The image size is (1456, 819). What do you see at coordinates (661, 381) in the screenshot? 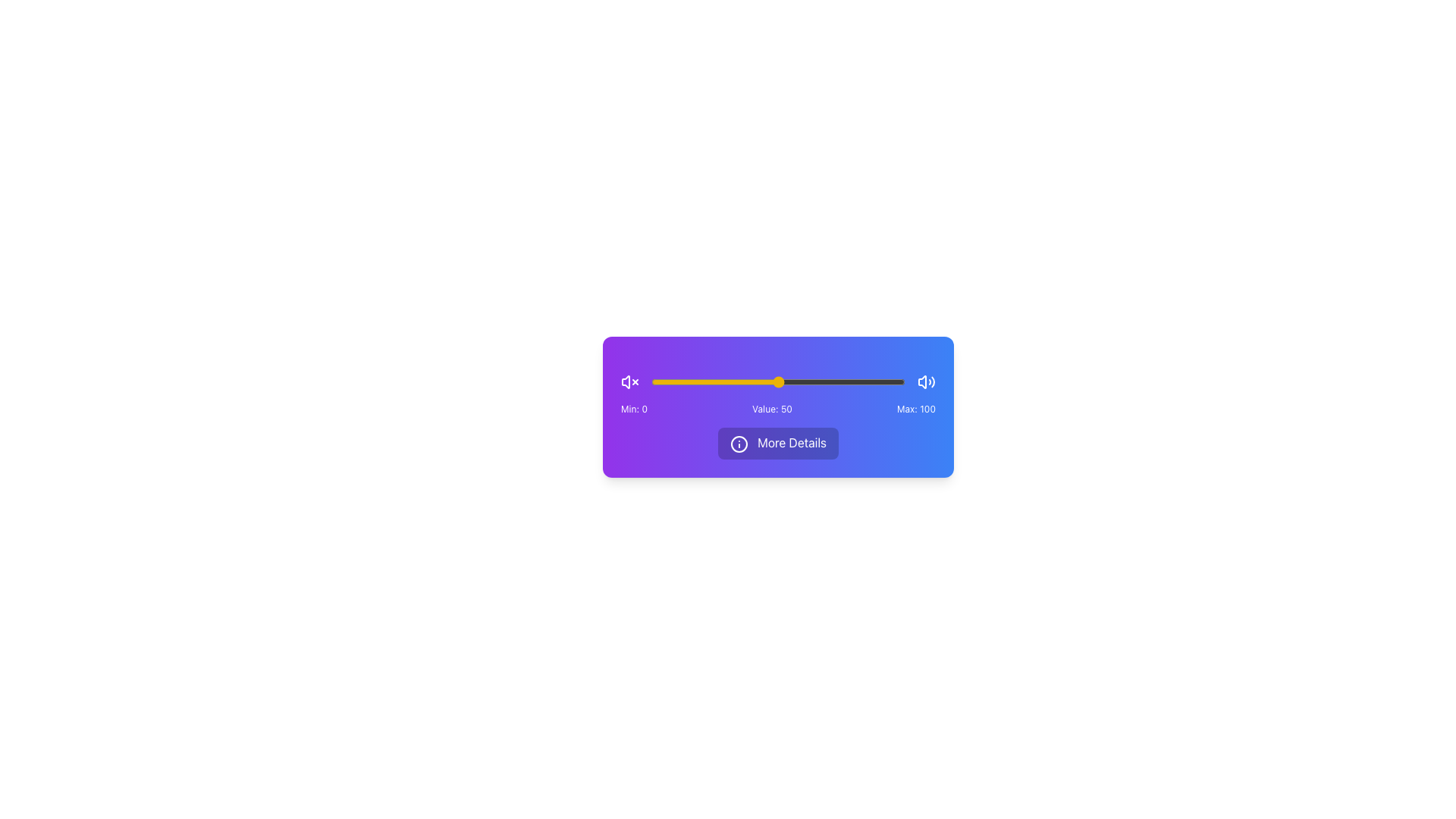
I see `the volume` at bounding box center [661, 381].